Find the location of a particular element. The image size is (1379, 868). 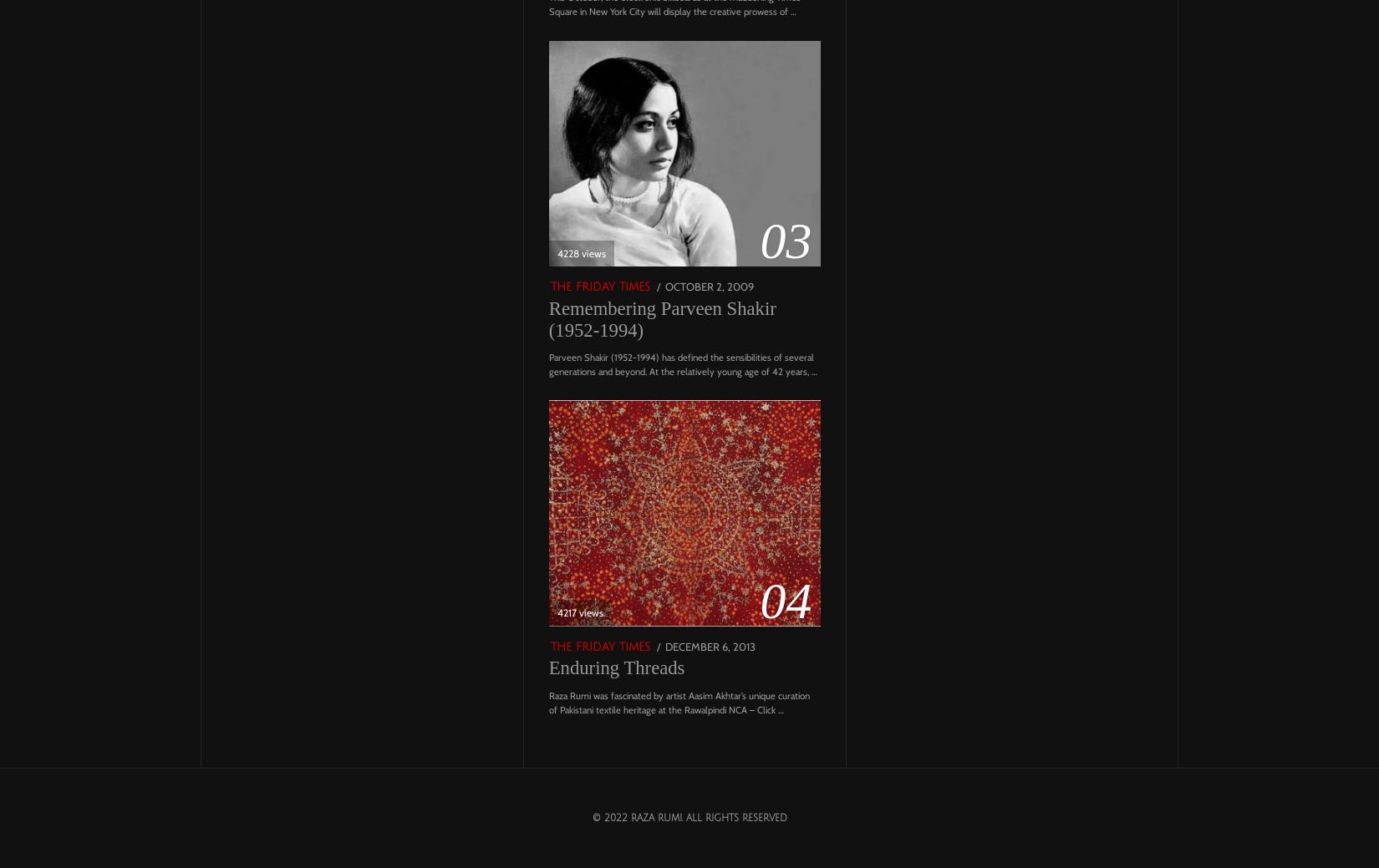

'Parveen Shakir (1952-1994) has defined the sensibilities of several generations and beyond. At the relatively young age of 42 years, …' is located at coordinates (681, 363).